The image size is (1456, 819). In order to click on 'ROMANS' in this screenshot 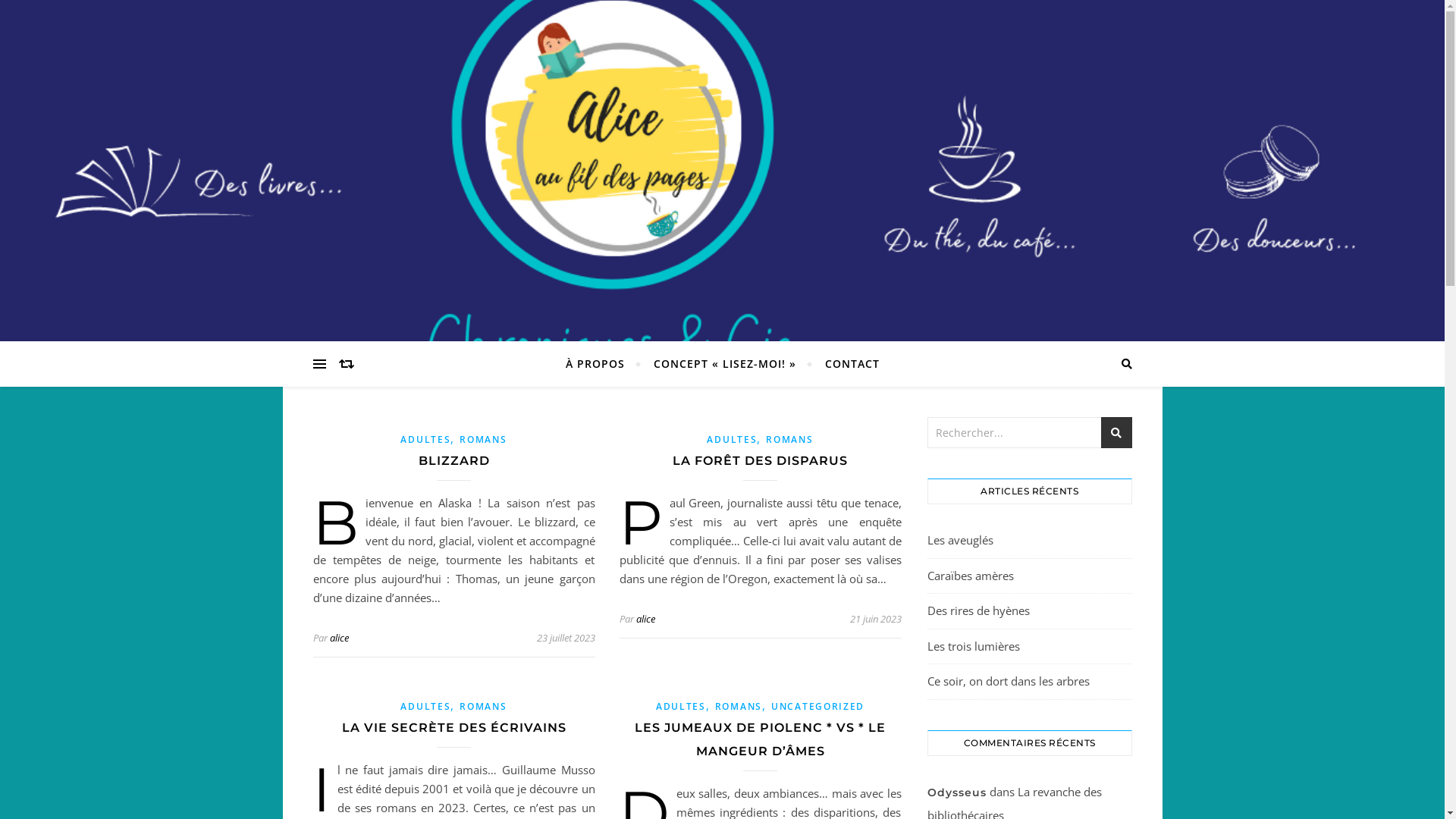, I will do `click(765, 439)`.